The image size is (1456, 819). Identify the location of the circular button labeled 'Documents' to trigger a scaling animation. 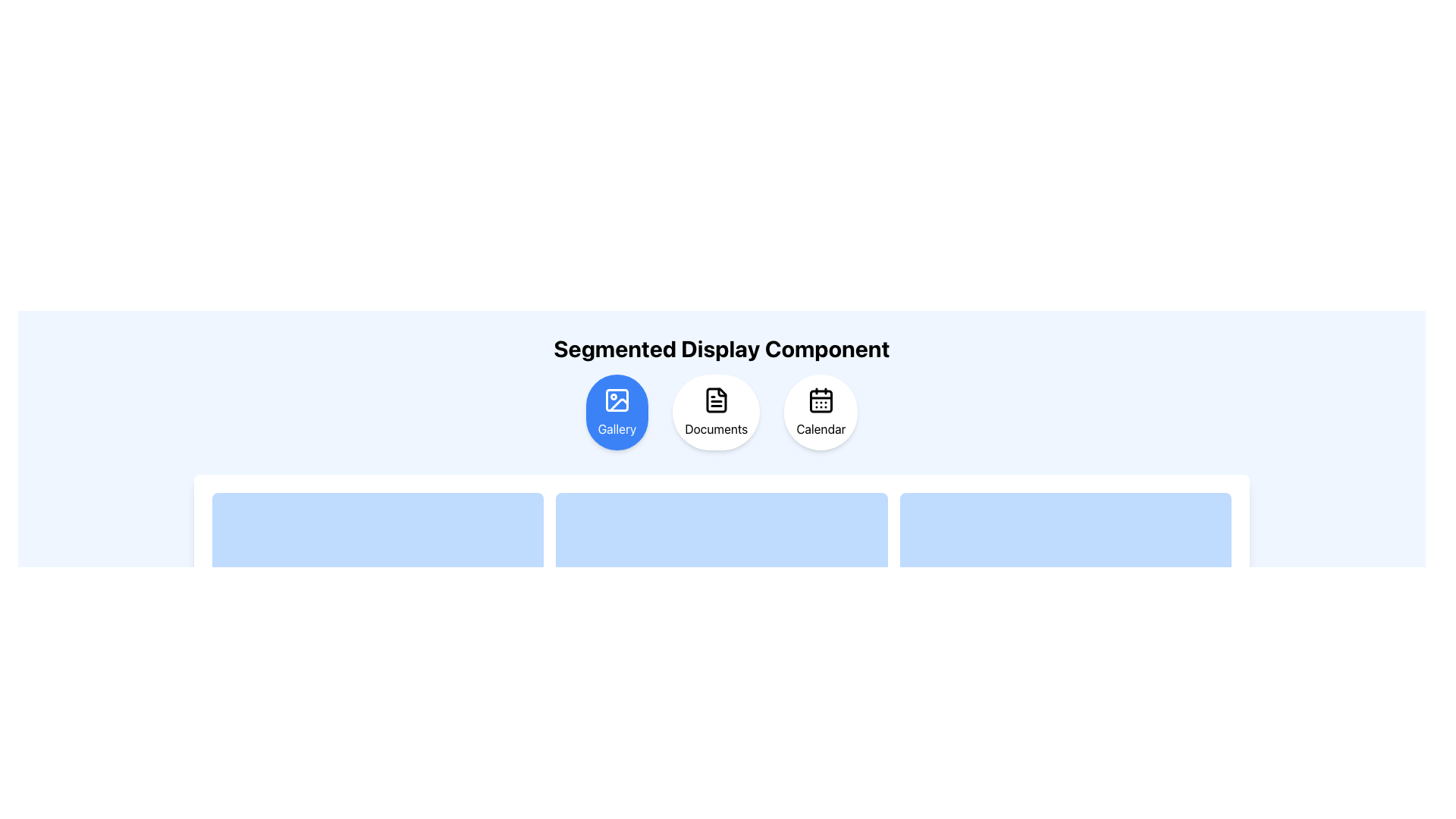
(720, 412).